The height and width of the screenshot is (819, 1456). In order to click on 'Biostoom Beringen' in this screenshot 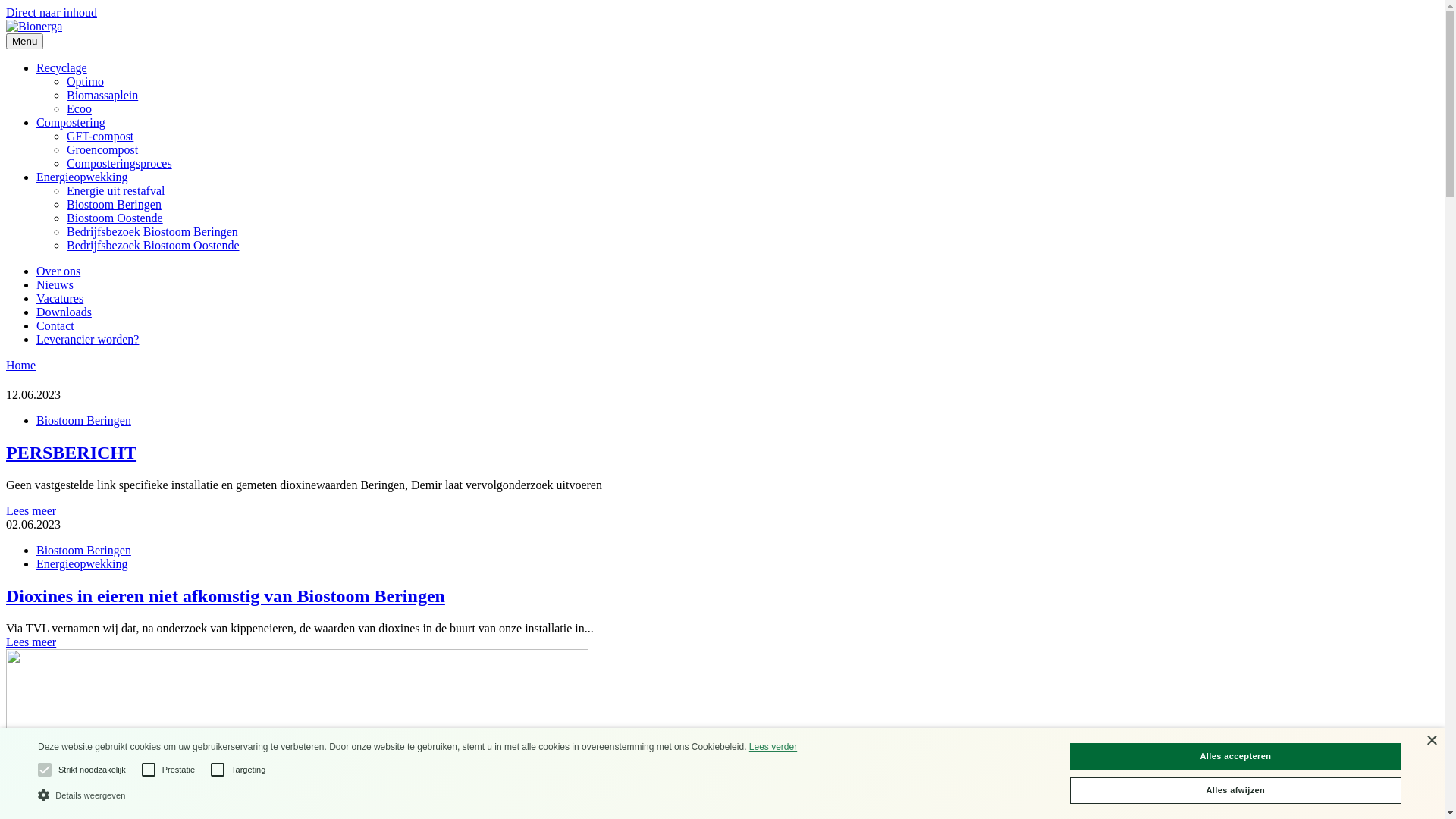, I will do `click(36, 420)`.